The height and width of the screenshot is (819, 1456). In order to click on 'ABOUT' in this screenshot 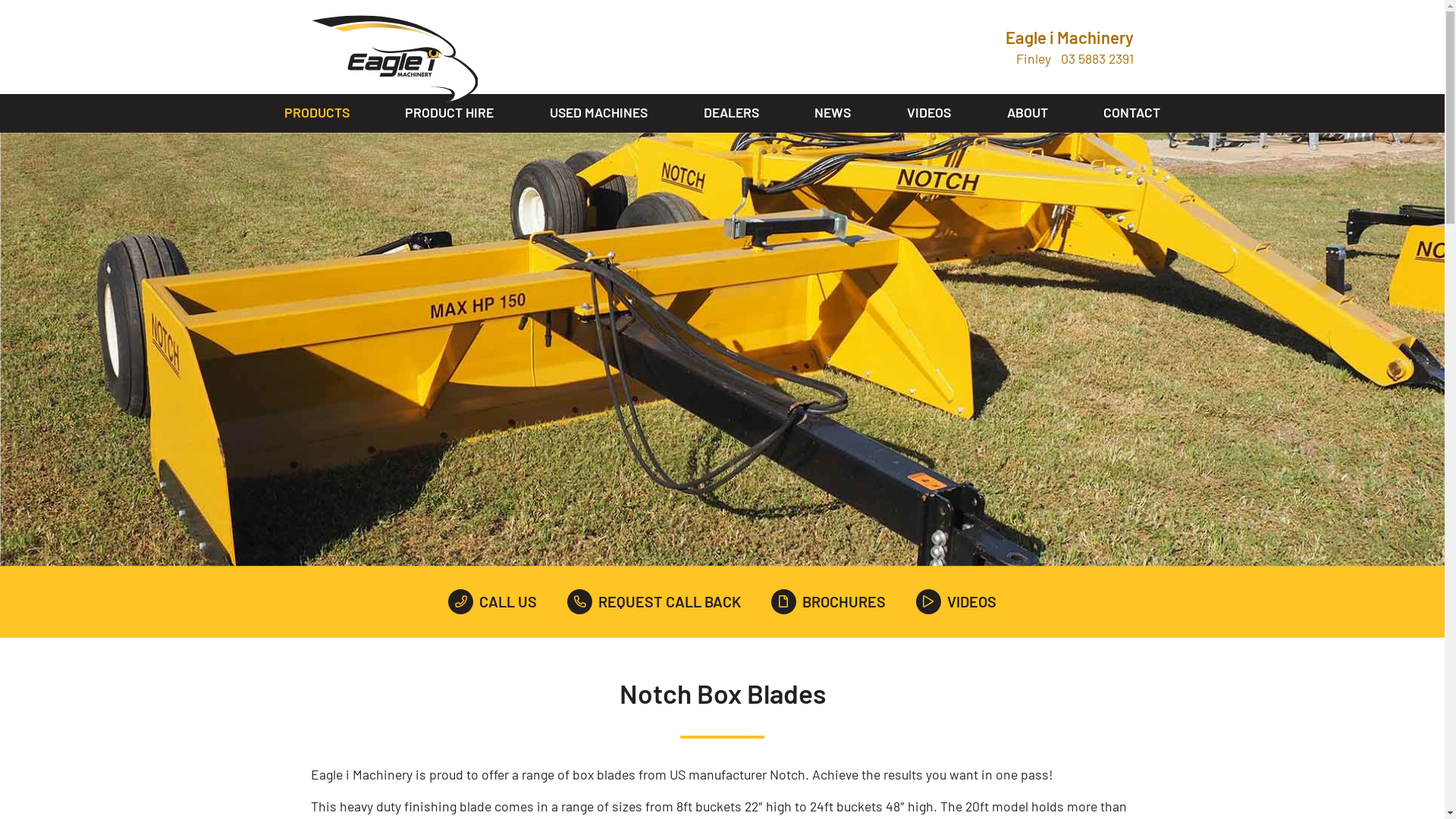, I will do `click(1027, 112)`.